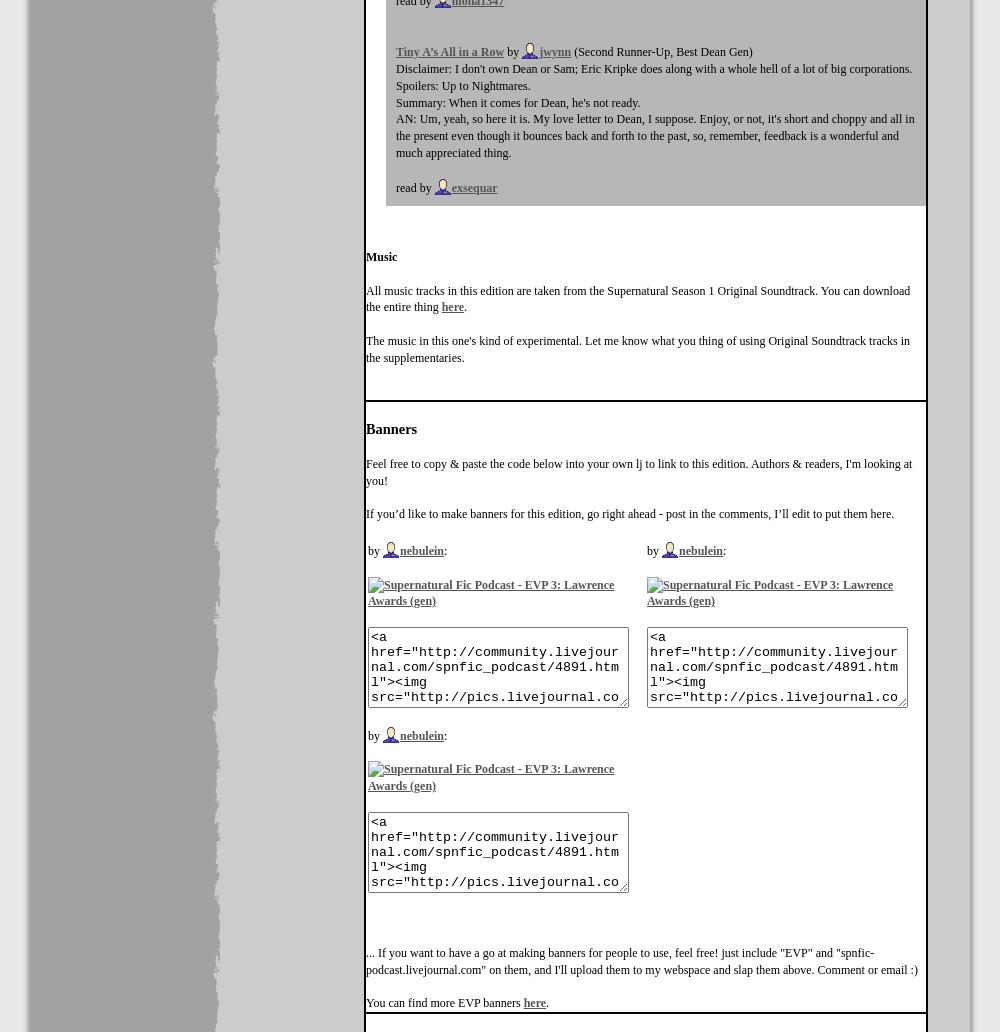  Describe the element at coordinates (654, 69) in the screenshot. I see `'Disclaimer: I don't own Dean or Sam; Eric Kripke does along with a whole hell of a lot of big corporations.'` at that location.